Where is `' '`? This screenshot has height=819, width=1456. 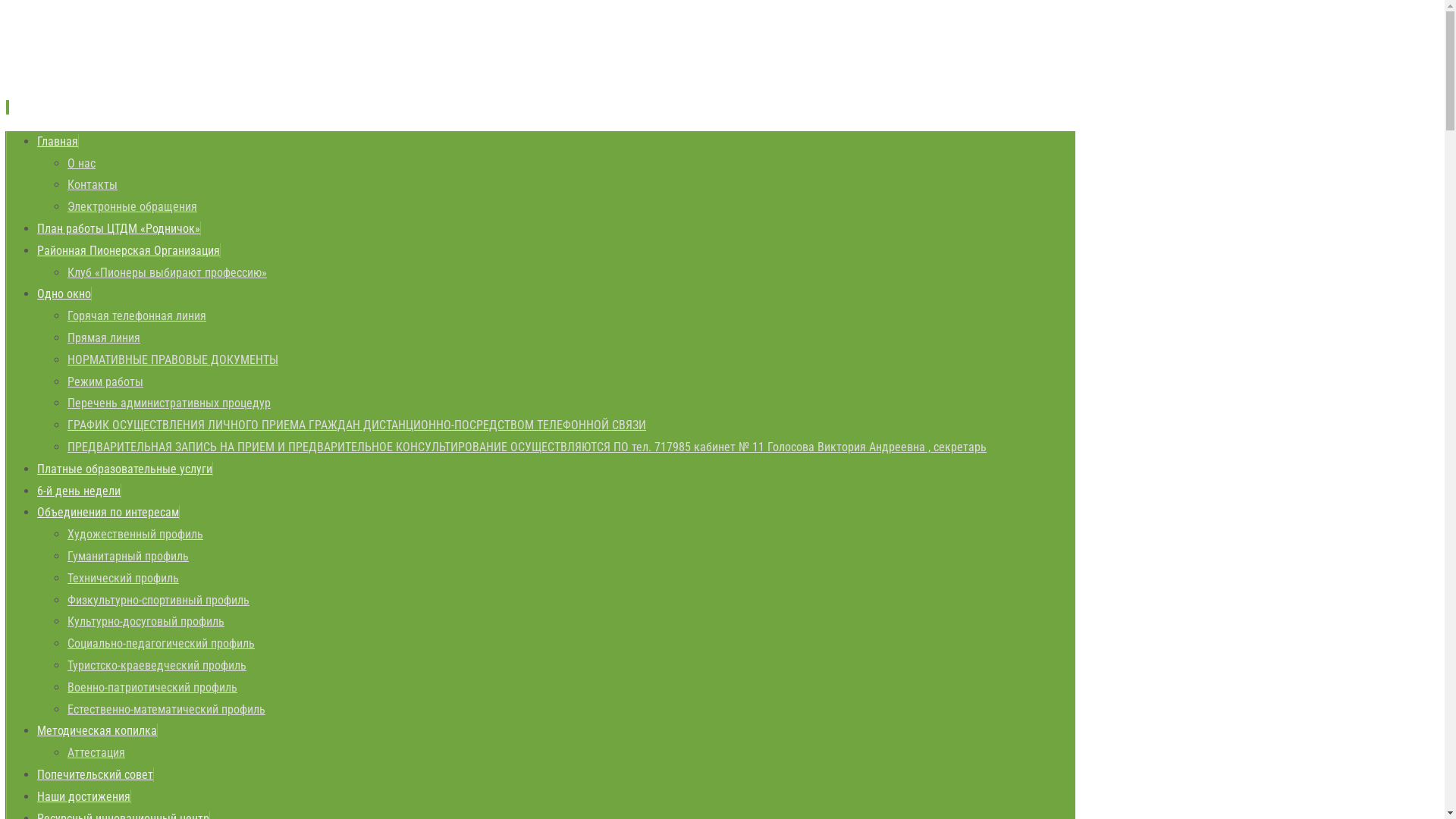 ' ' is located at coordinates (7, 106).